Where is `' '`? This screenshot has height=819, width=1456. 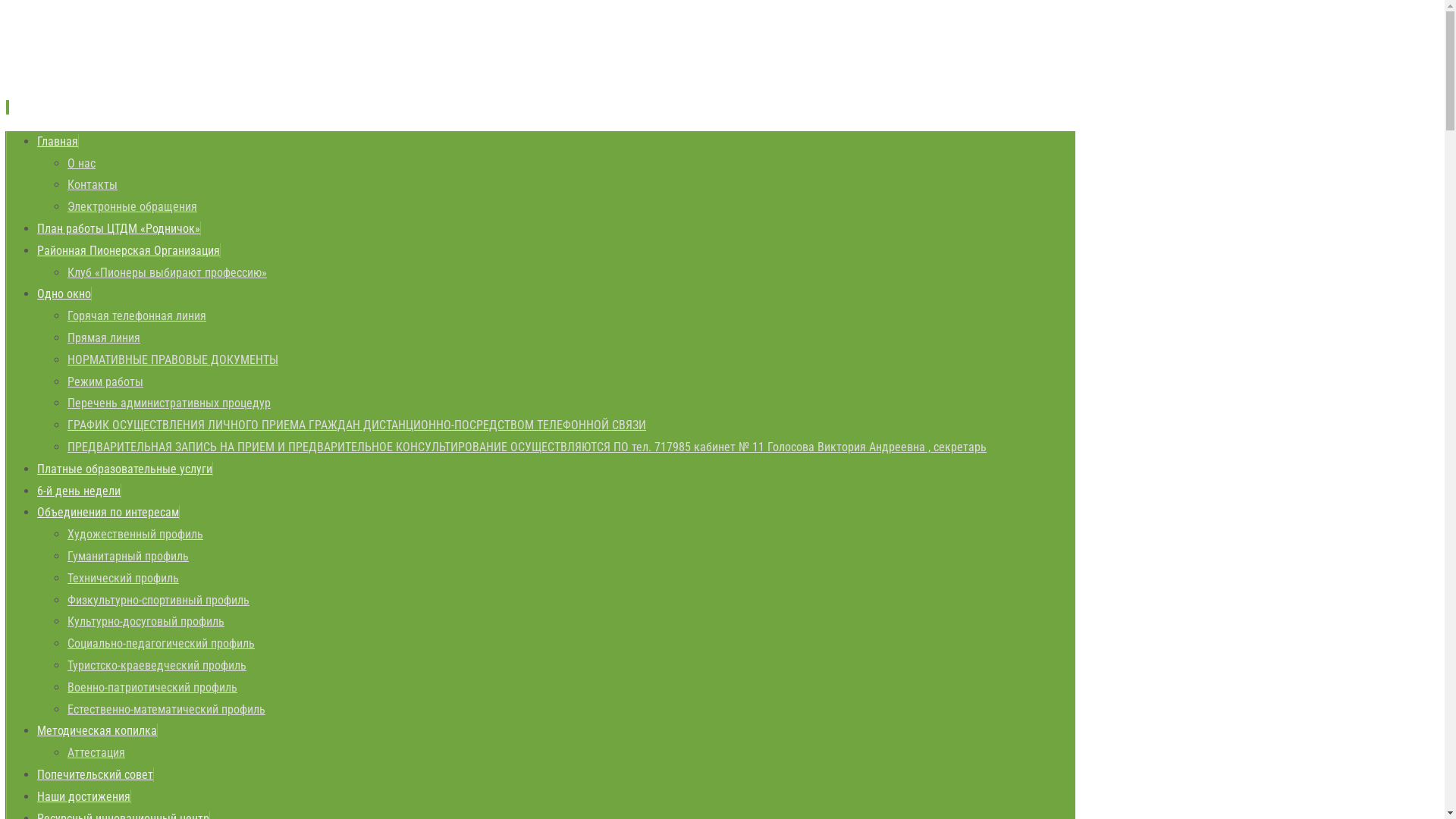 ' ' is located at coordinates (7, 106).